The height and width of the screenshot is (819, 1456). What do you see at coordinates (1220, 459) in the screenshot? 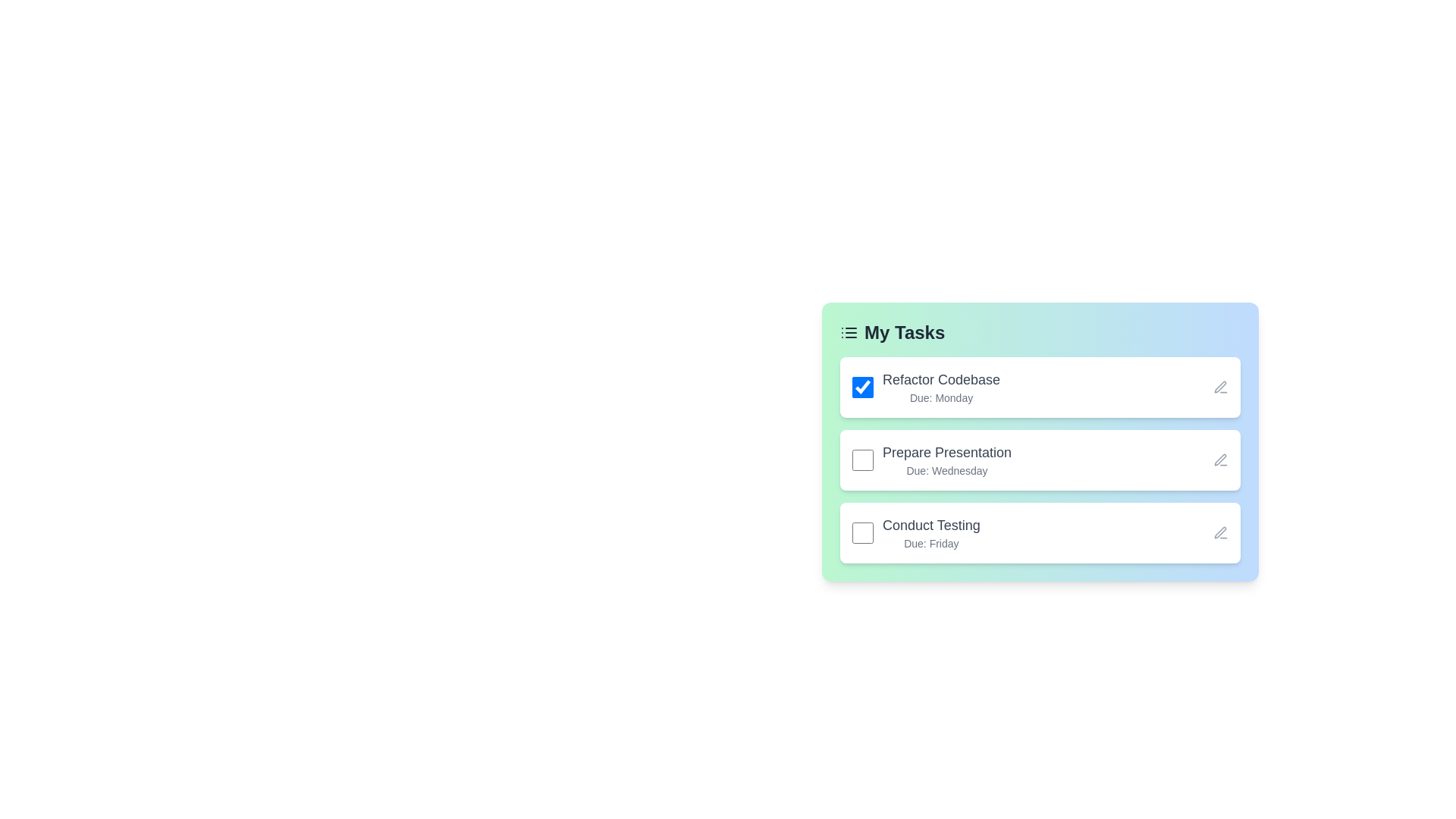
I see `the edit icon for the task titled 'Prepare Presentation'` at bounding box center [1220, 459].